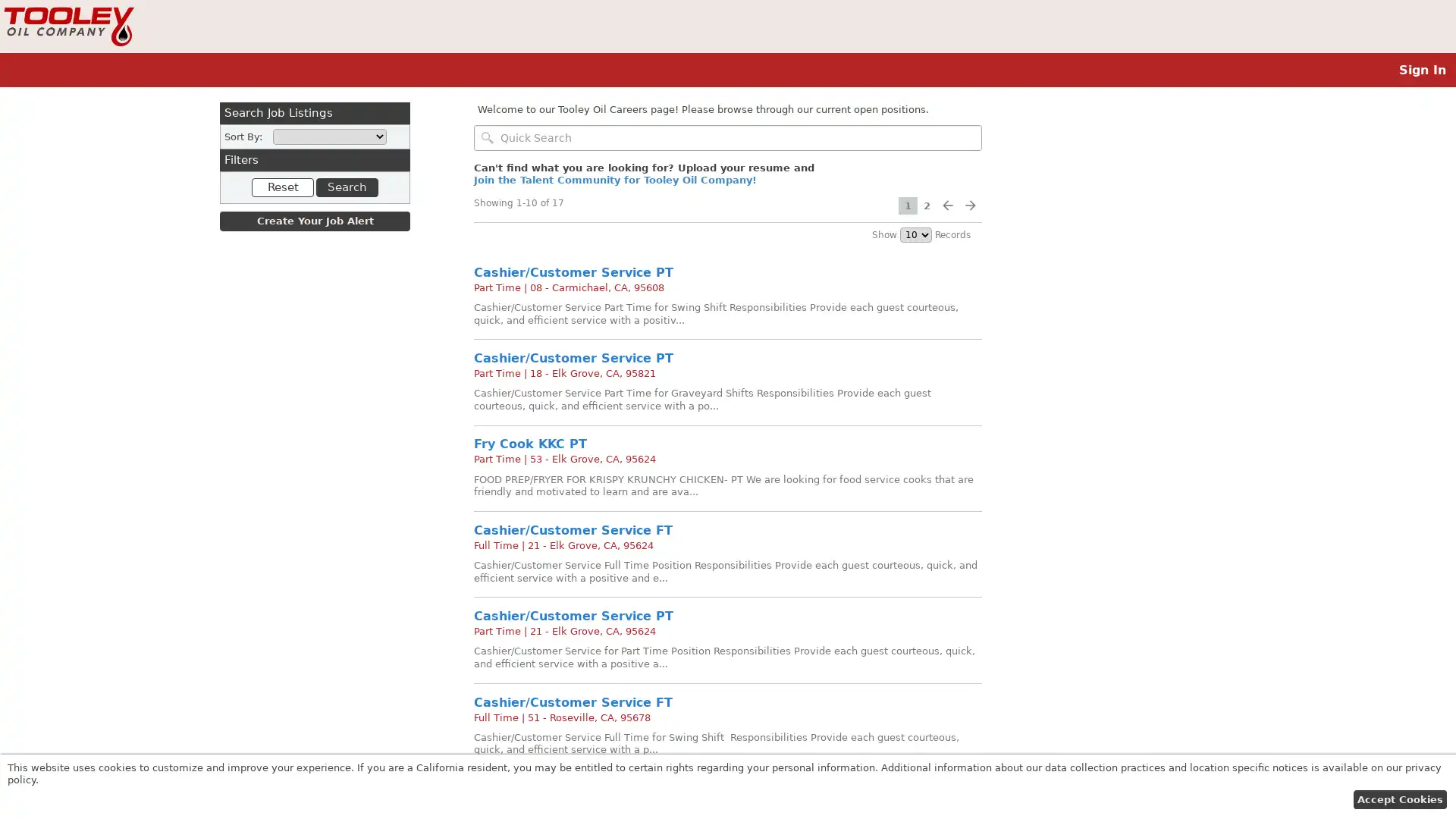  What do you see at coordinates (345, 186) in the screenshot?
I see `Search` at bounding box center [345, 186].